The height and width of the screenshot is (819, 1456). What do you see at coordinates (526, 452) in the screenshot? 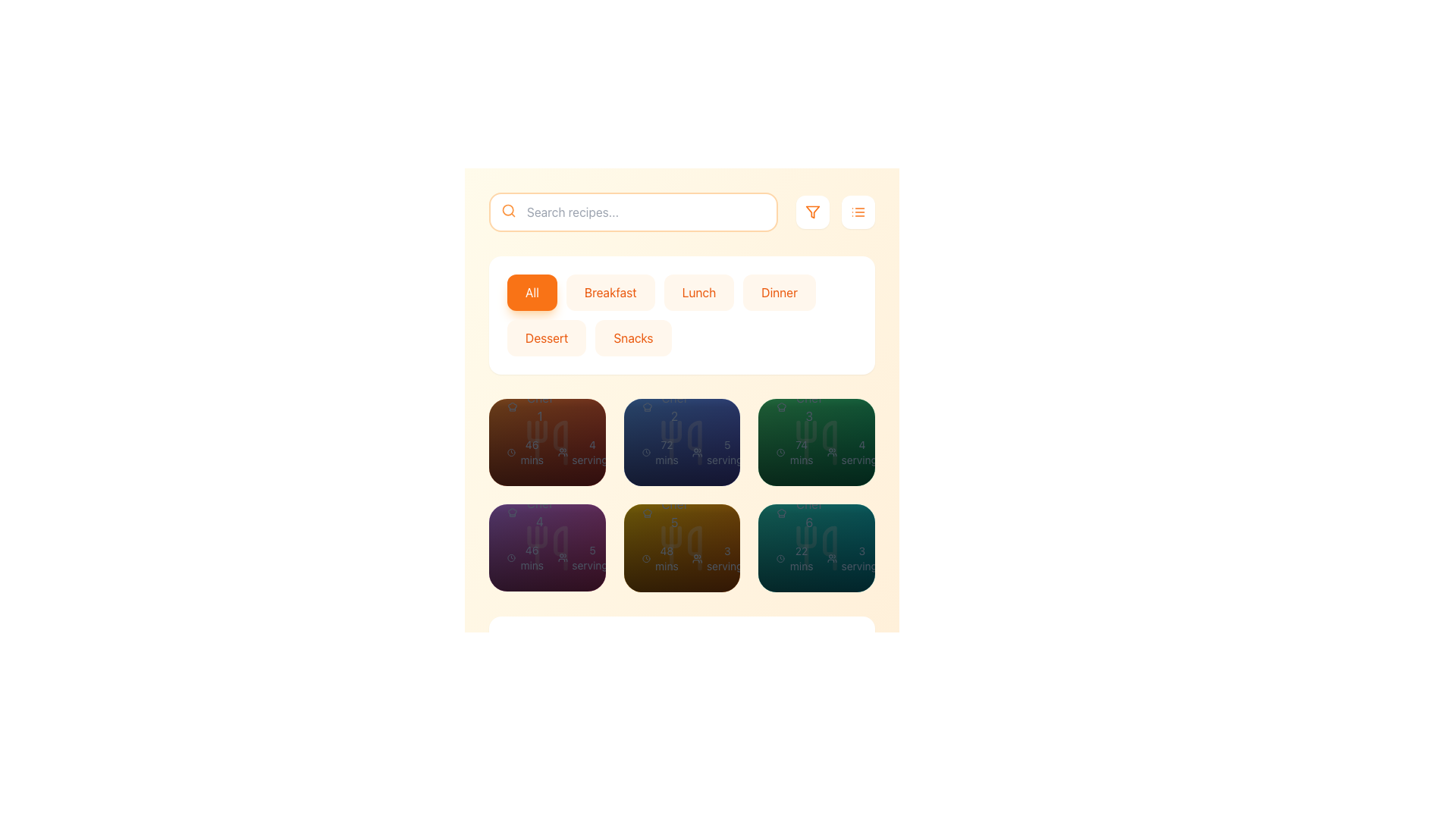
I see `estimated preparation time displayed in the text element located in the top-left corner of a grid item` at bounding box center [526, 452].